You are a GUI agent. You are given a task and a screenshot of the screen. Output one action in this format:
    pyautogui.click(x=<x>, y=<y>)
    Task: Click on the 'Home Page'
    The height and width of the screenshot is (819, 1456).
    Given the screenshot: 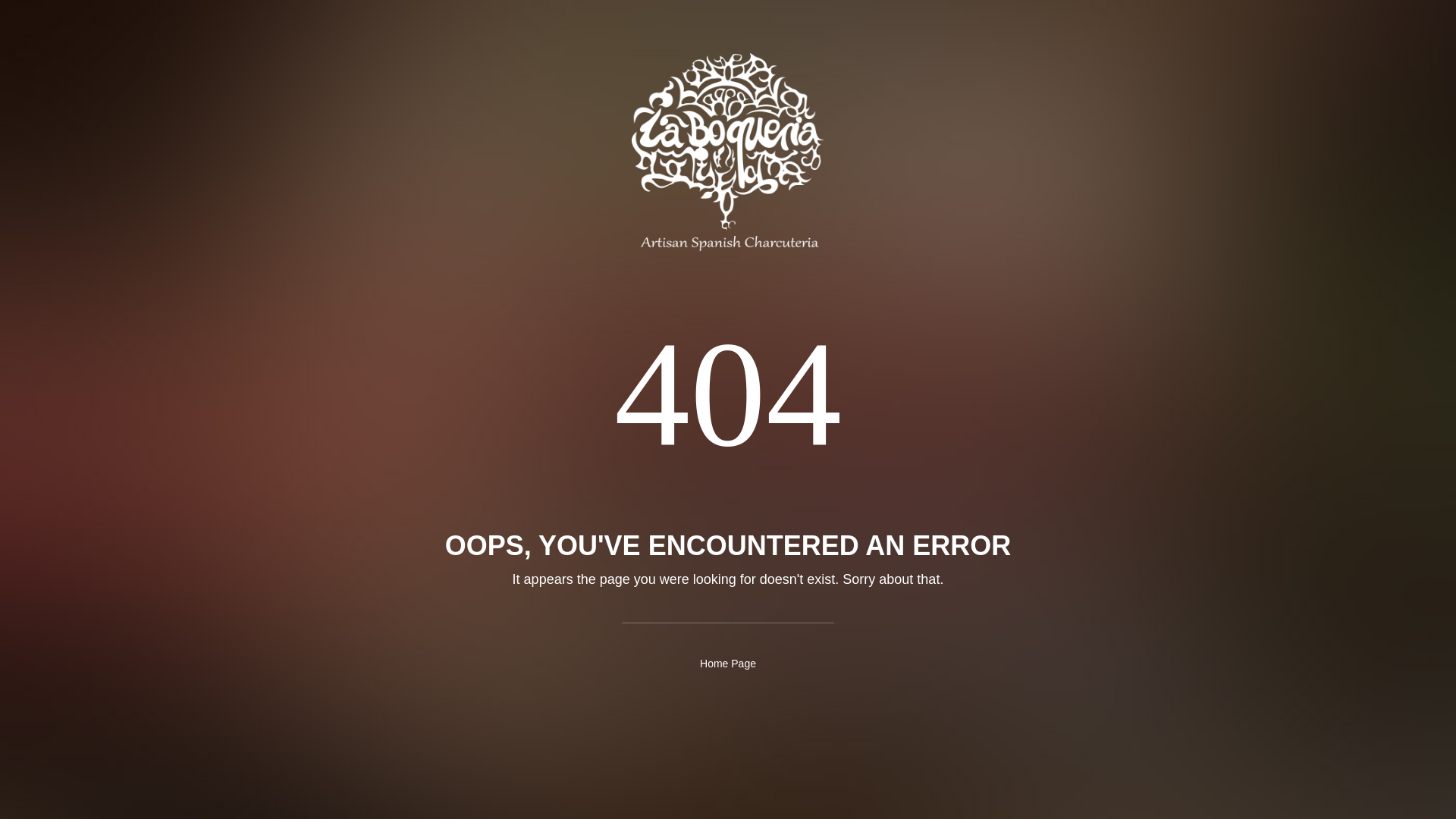 What is the action you would take?
    pyautogui.click(x=728, y=663)
    